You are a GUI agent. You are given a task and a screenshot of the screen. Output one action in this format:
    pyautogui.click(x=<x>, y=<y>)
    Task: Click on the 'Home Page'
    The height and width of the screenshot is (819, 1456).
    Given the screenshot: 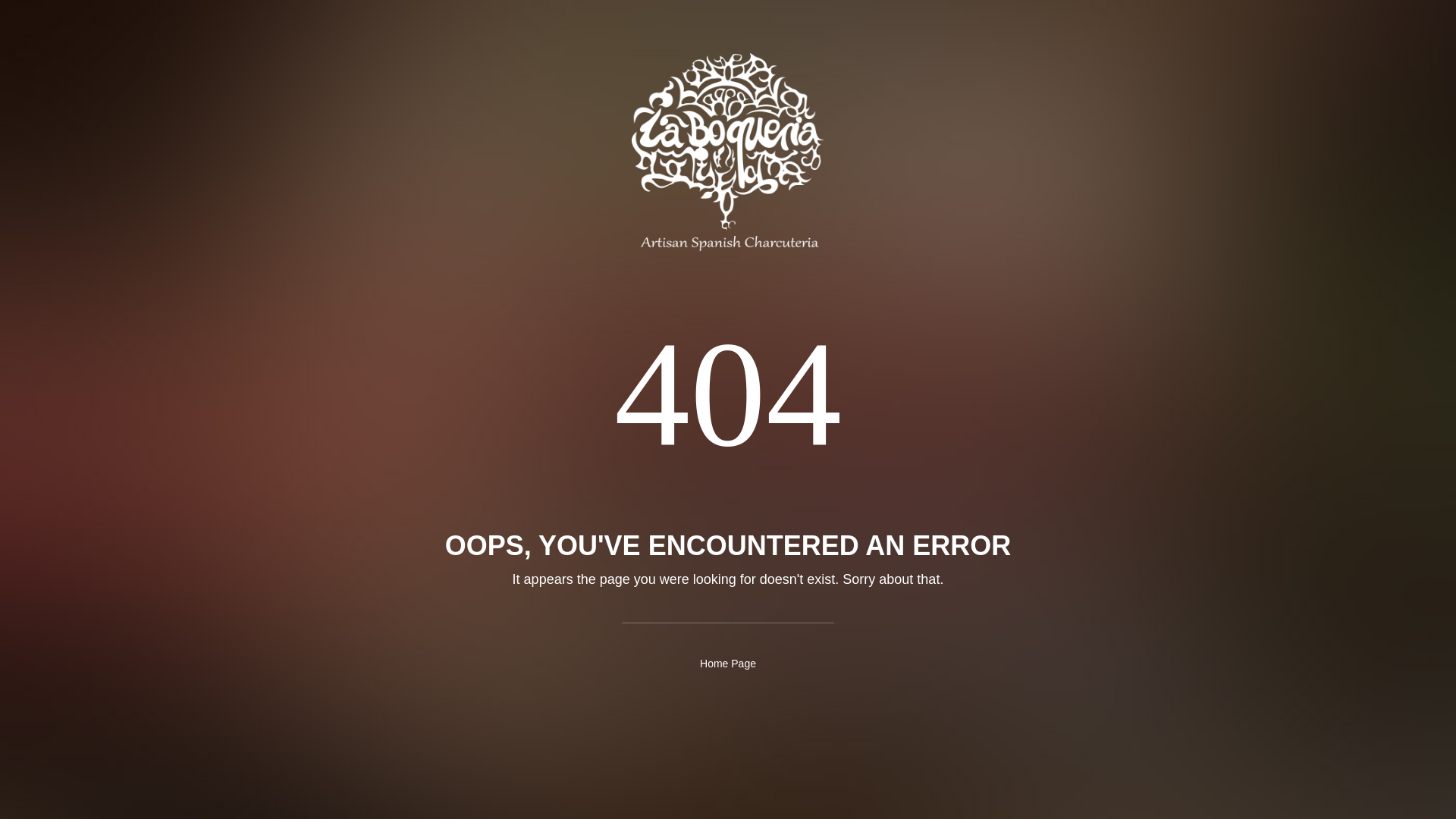 What is the action you would take?
    pyautogui.click(x=728, y=663)
    